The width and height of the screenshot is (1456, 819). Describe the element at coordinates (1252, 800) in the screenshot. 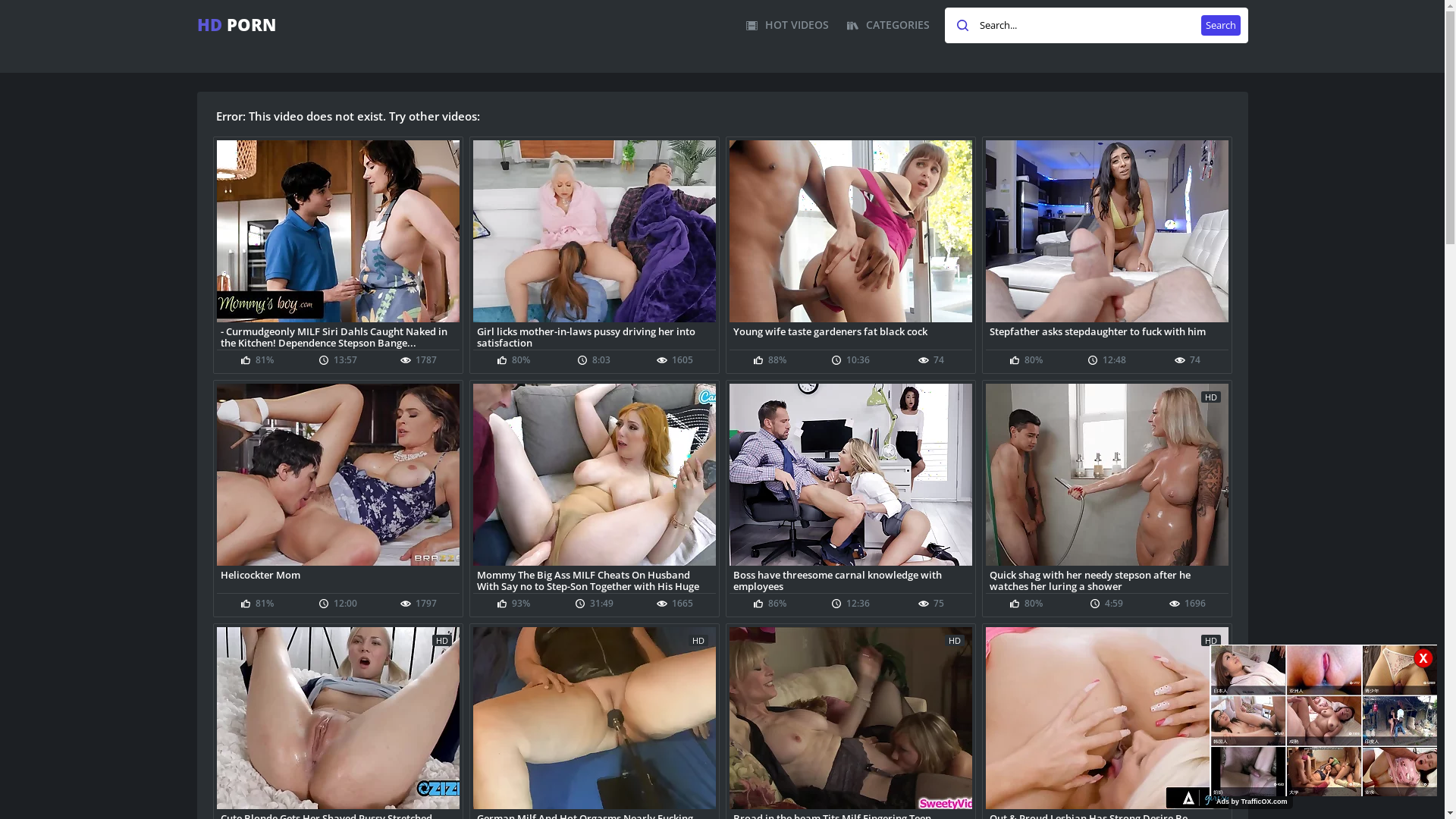

I see `'Ads by TrafficOX.com'` at that location.